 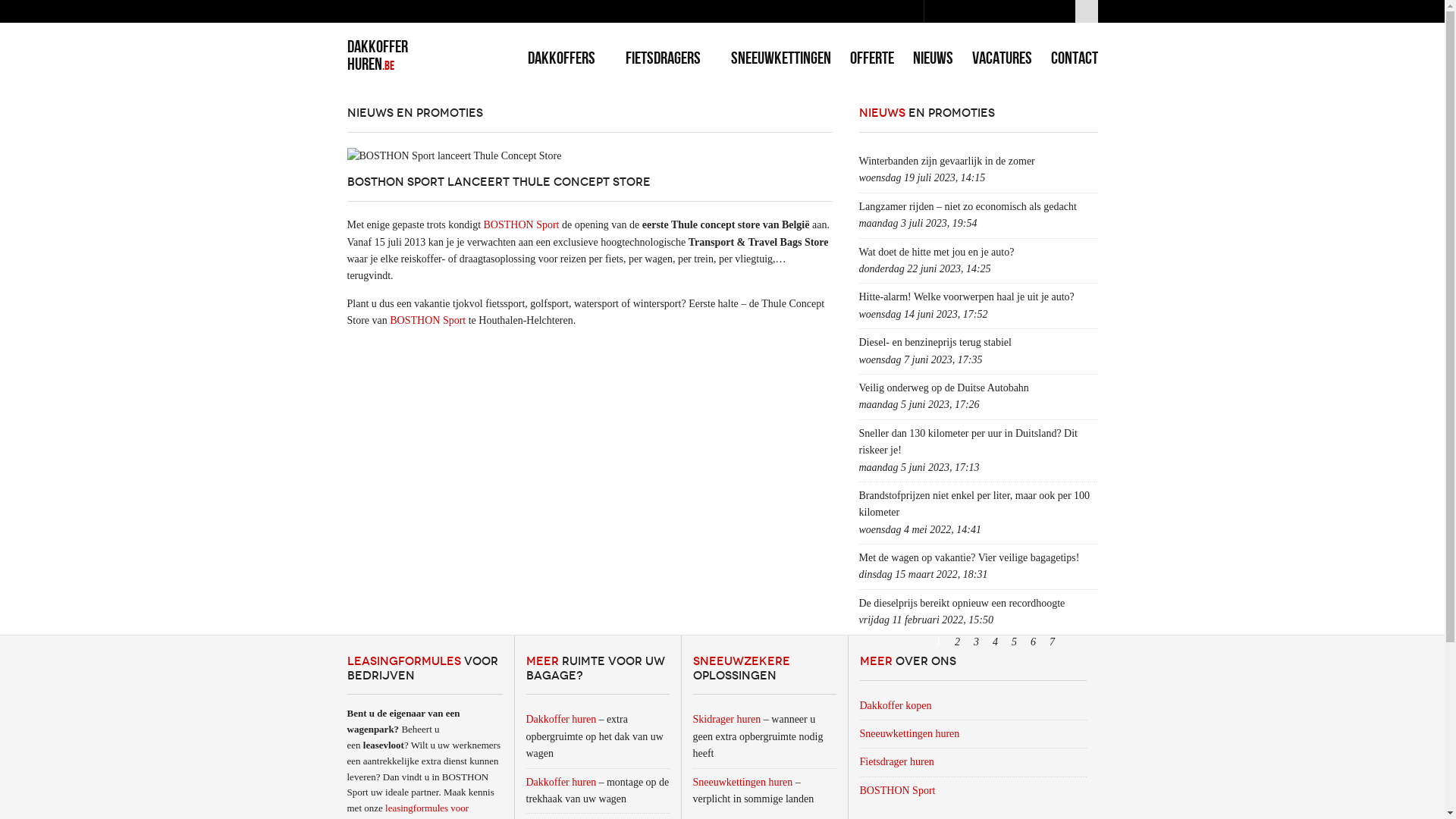 I want to click on 'BOSTHON Sport', so click(x=521, y=224).